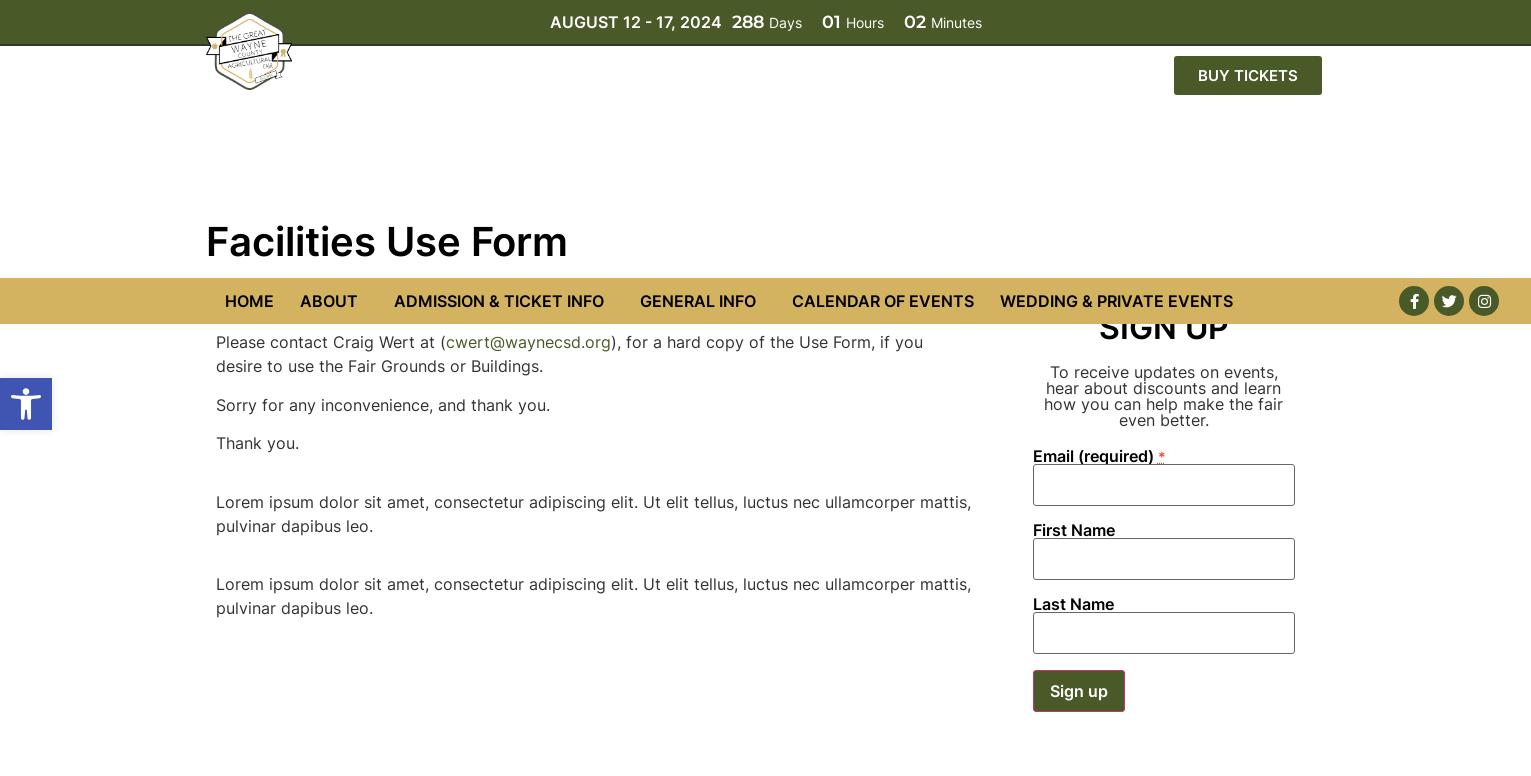 The image size is (1531, 776). Describe the element at coordinates (444, 63) in the screenshot. I see `'cwert@waynecsd.org'` at that location.